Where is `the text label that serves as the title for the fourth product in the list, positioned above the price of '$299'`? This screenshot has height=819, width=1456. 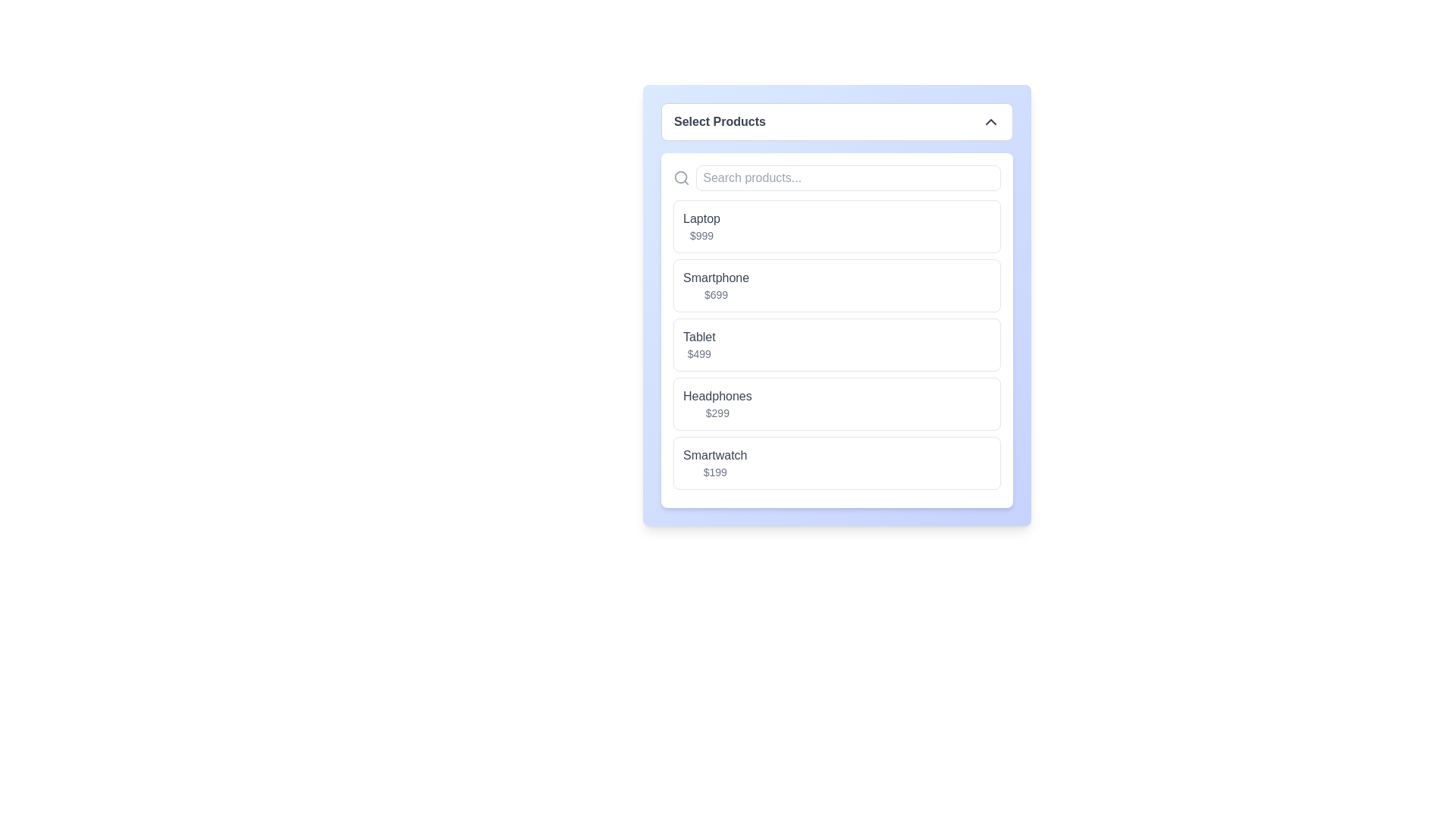 the text label that serves as the title for the fourth product in the list, positioned above the price of '$299' is located at coordinates (717, 396).